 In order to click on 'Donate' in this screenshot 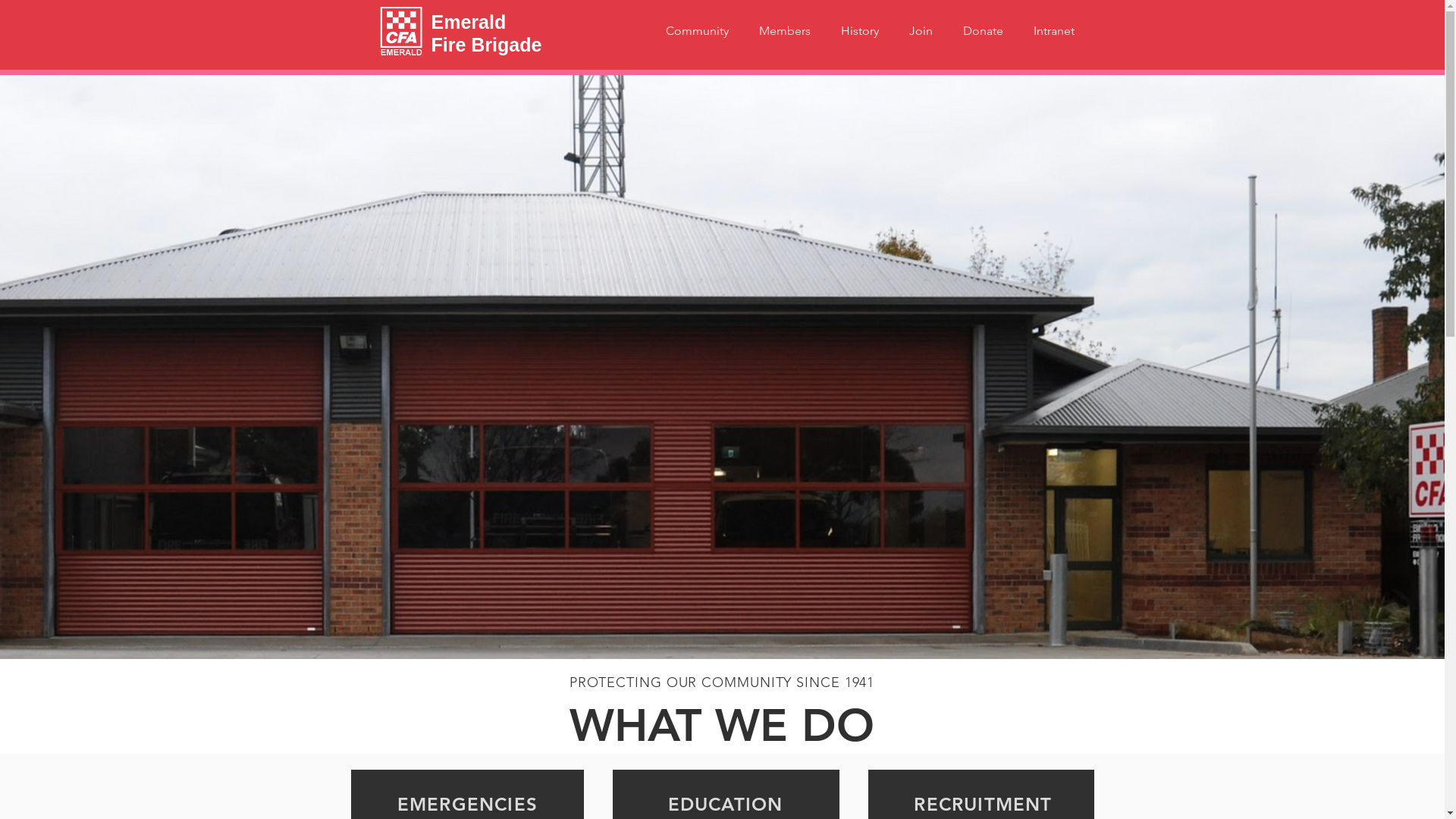, I will do `click(983, 31)`.